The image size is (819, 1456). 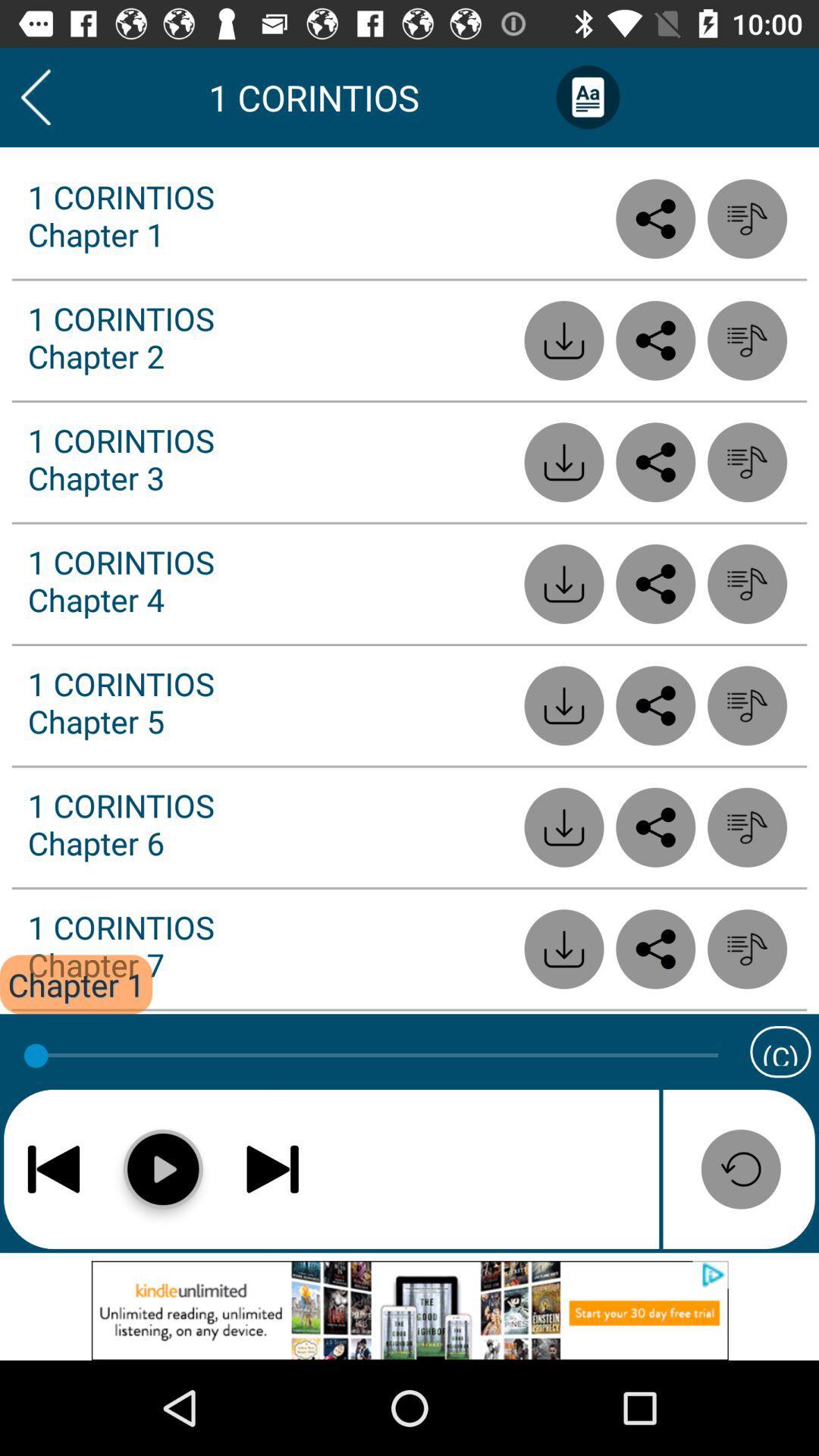 What do you see at coordinates (564, 827) in the screenshot?
I see `download option` at bounding box center [564, 827].